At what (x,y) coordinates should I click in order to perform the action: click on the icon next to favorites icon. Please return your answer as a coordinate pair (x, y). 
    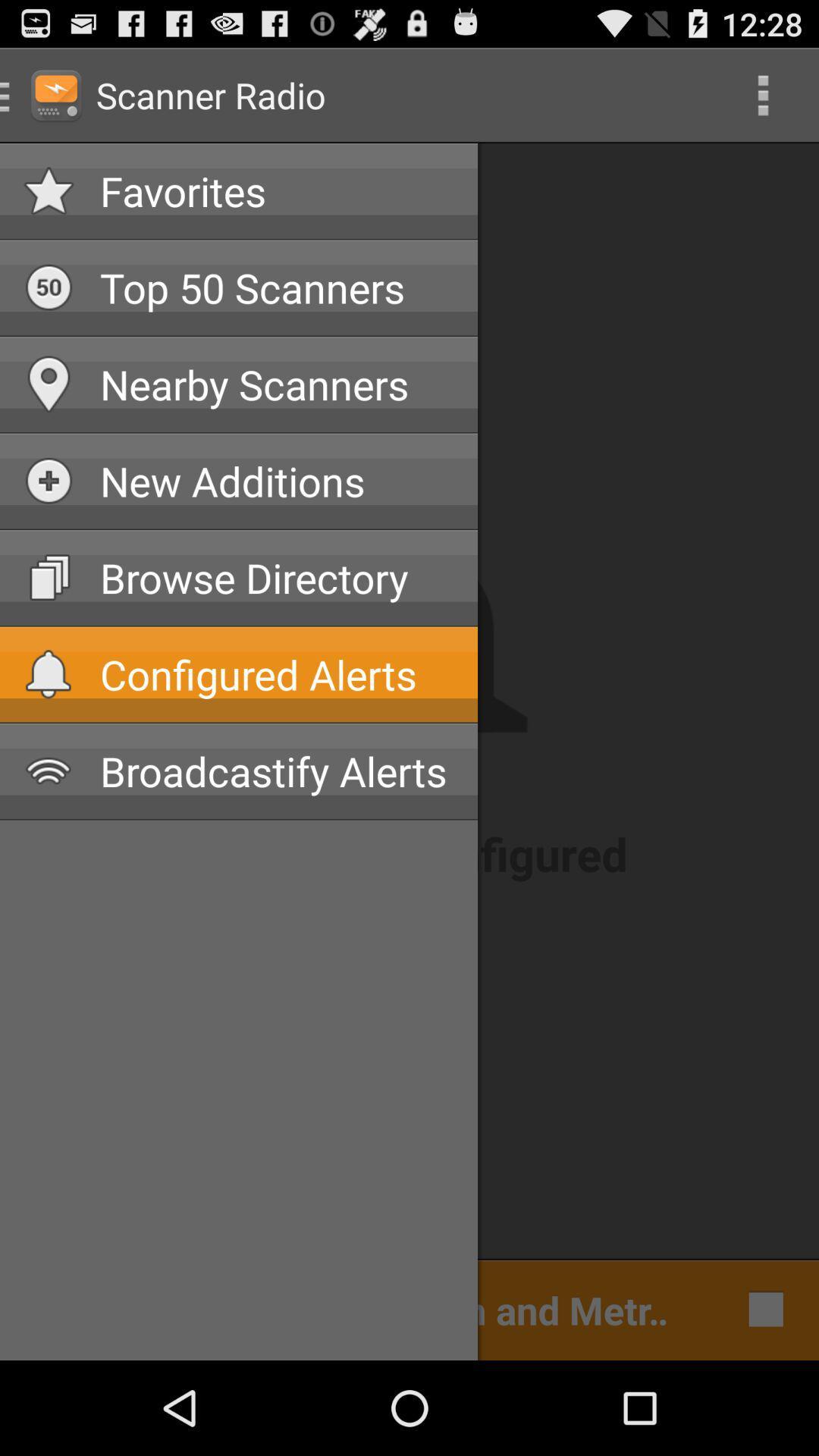
    Looking at the image, I should click on (763, 94).